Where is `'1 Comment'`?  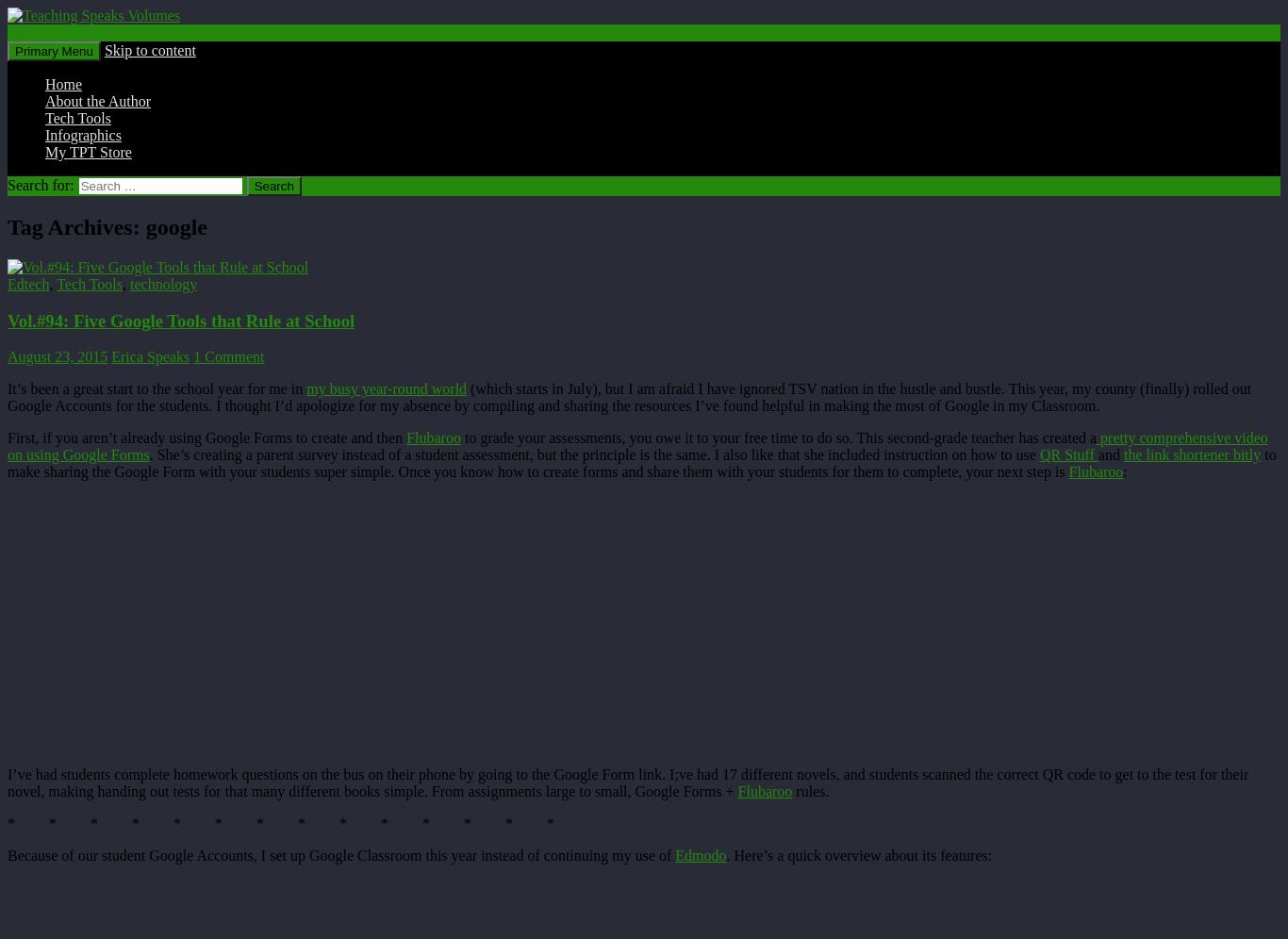 '1 Comment' is located at coordinates (192, 355).